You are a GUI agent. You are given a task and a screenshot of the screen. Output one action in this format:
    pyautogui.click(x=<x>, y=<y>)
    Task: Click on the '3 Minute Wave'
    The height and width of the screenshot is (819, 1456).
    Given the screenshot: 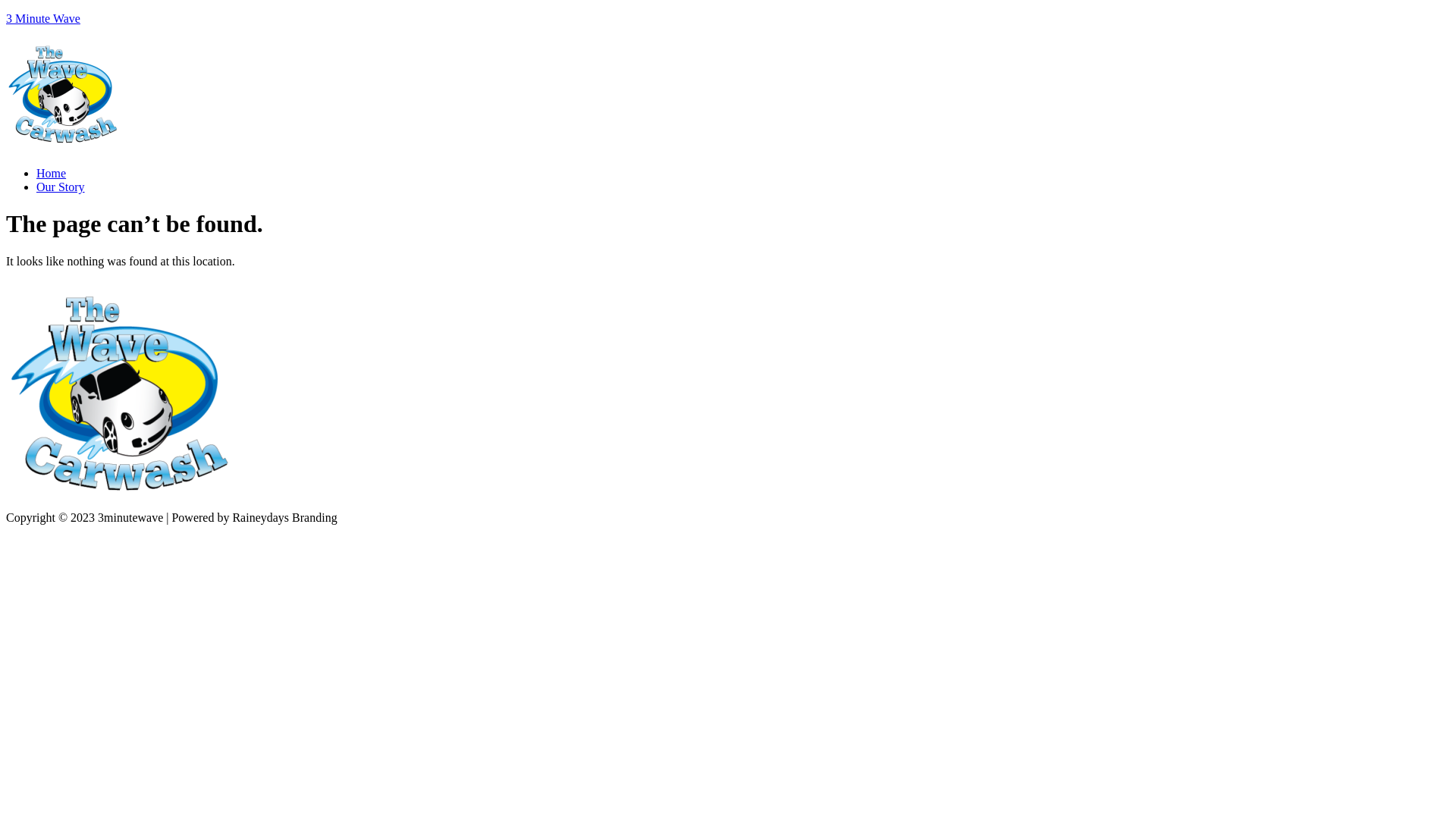 What is the action you would take?
    pyautogui.click(x=43, y=18)
    